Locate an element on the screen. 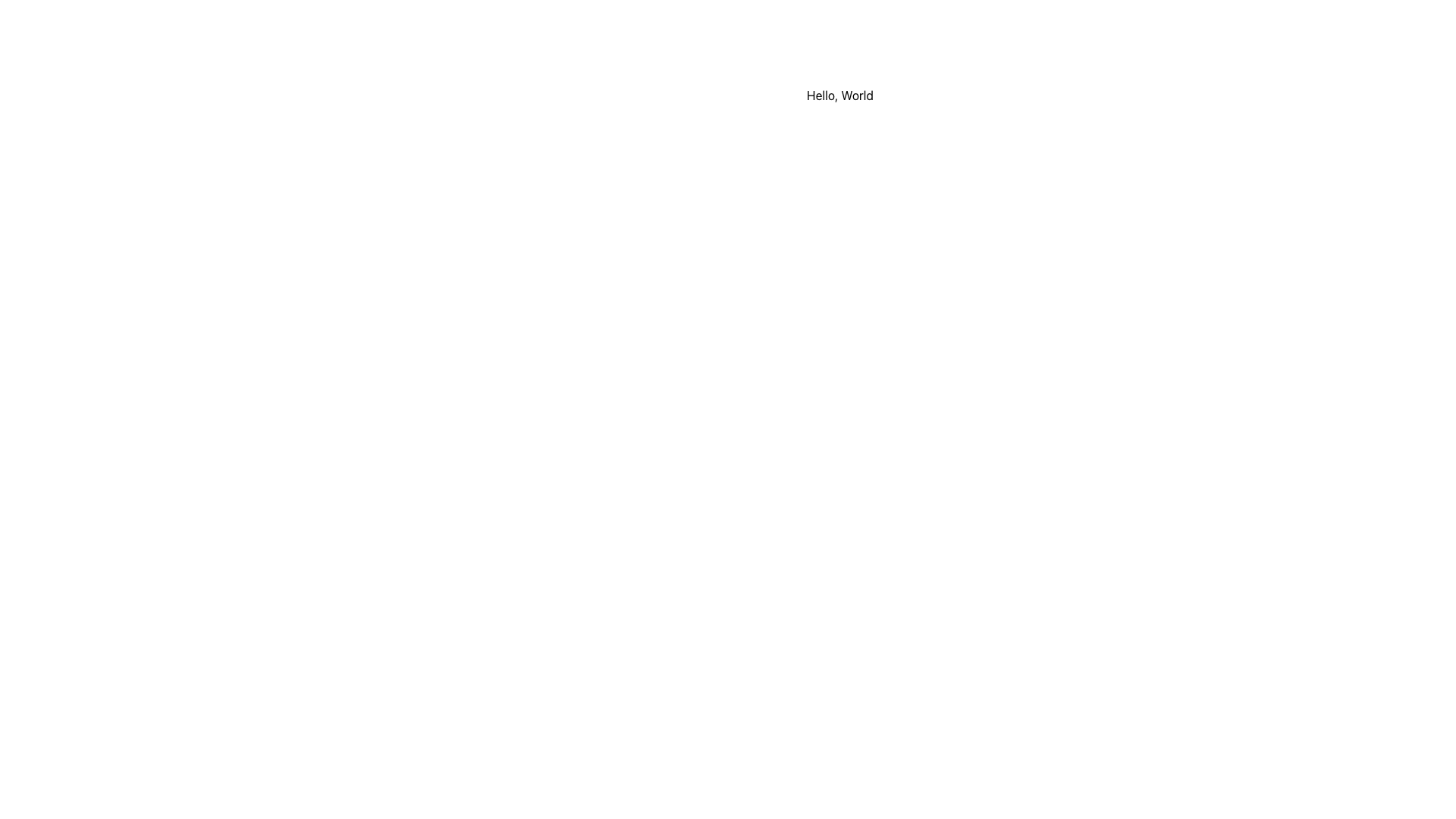 Image resolution: width=1456 pixels, height=819 pixels. the Static Text Label positioned near the top of the centered white box in the interface is located at coordinates (839, 96).